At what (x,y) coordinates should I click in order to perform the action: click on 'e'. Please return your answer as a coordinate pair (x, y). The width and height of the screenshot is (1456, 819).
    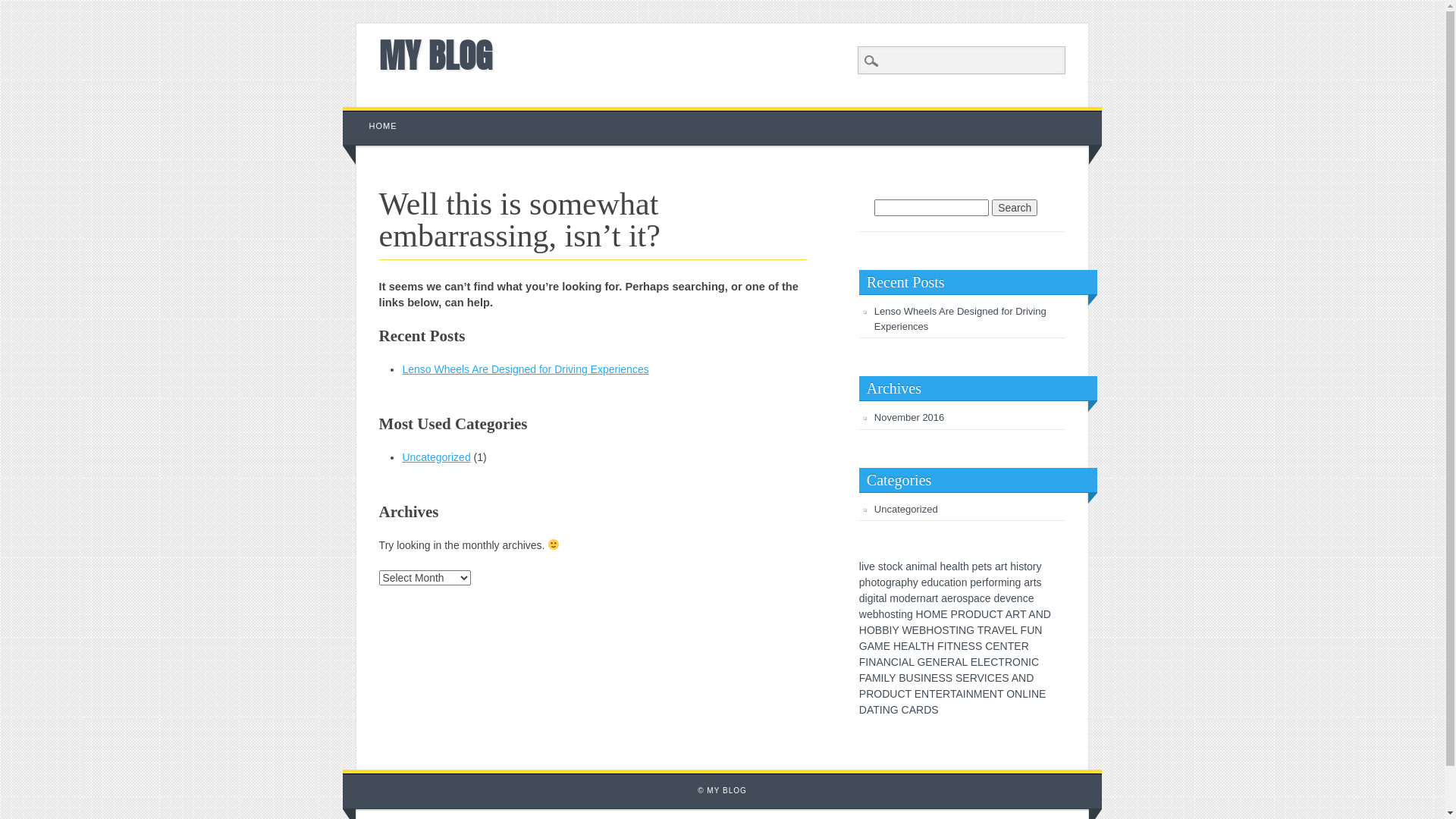
    Looking at the image, I should click on (910, 598).